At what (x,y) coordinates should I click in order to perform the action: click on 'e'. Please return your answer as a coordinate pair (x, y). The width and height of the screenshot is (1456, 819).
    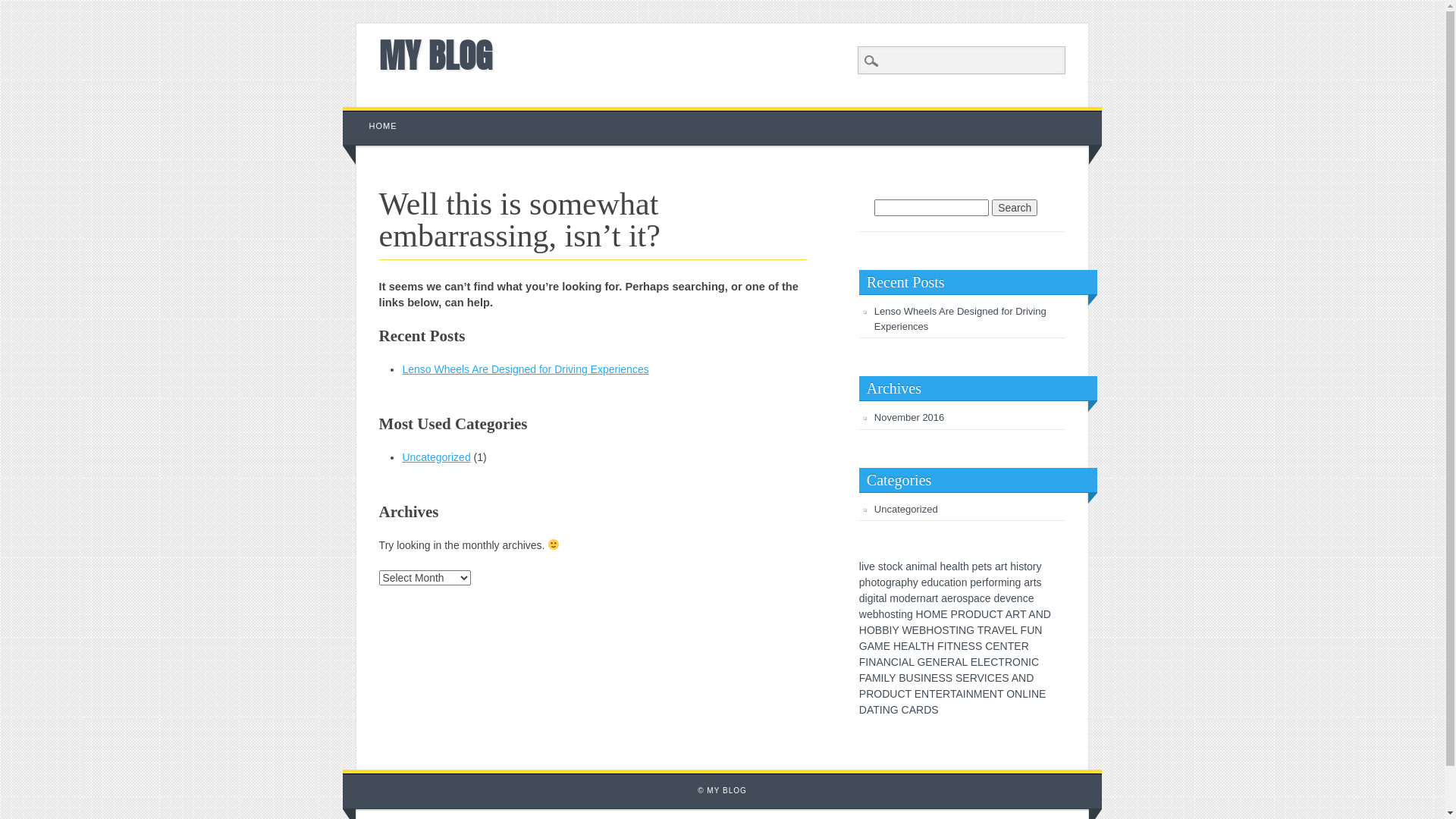
    Looking at the image, I should click on (910, 598).